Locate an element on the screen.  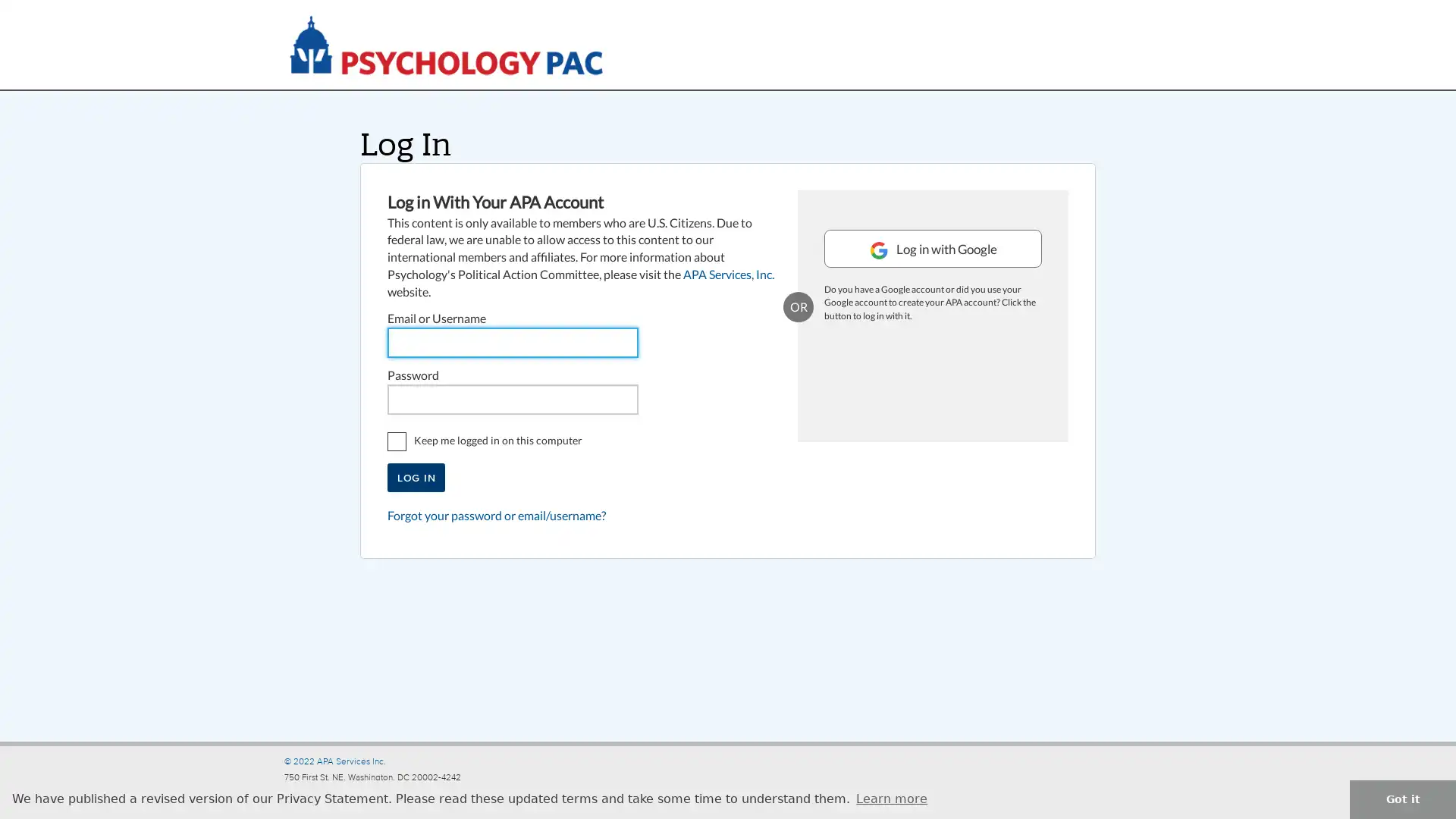
learn more about cookies is located at coordinates (892, 798).